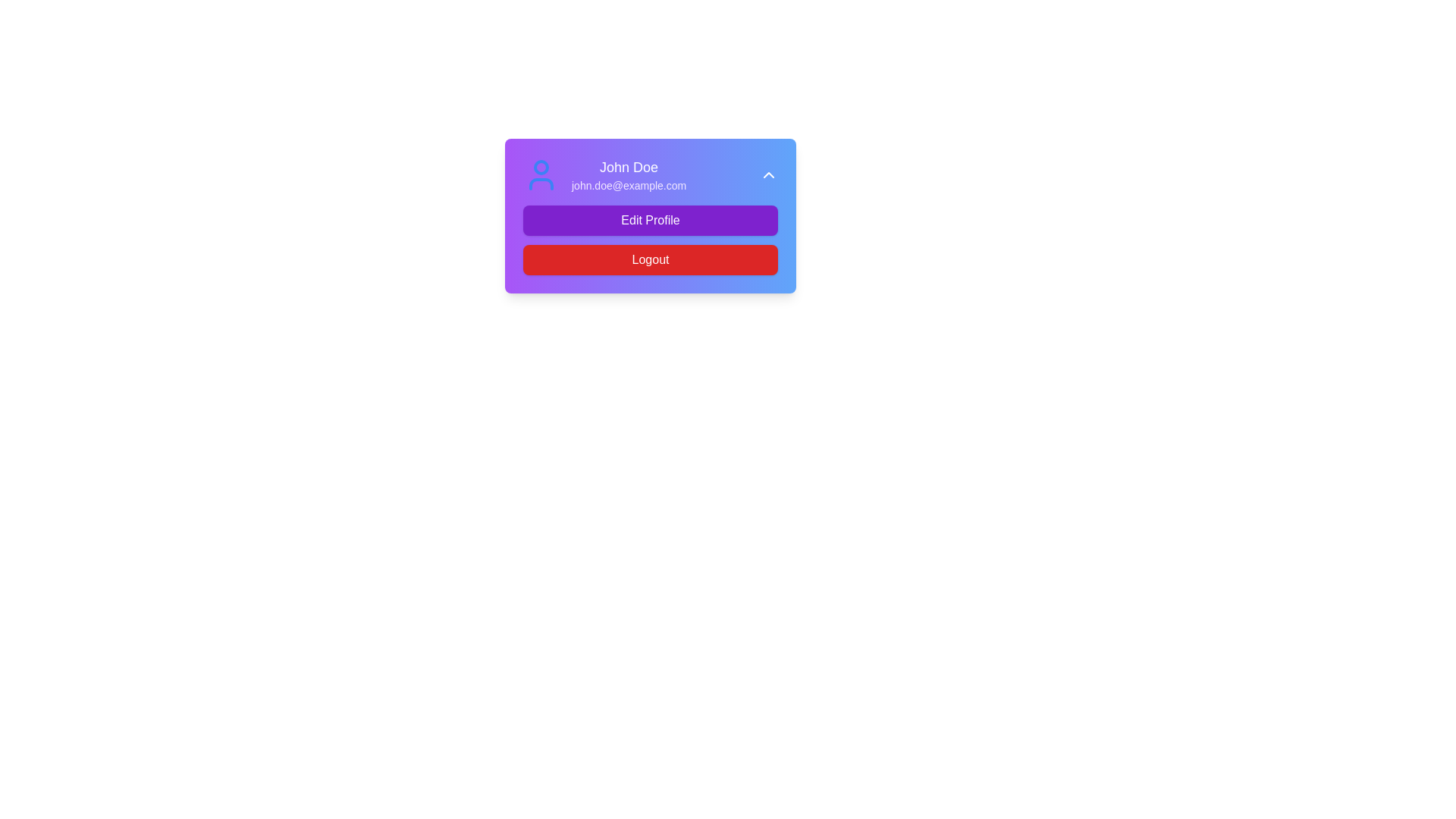 Image resolution: width=1456 pixels, height=819 pixels. What do you see at coordinates (541, 167) in the screenshot?
I see `SVG circle element located at the top-left section of the user profile dropdown card for debugging purposes` at bounding box center [541, 167].